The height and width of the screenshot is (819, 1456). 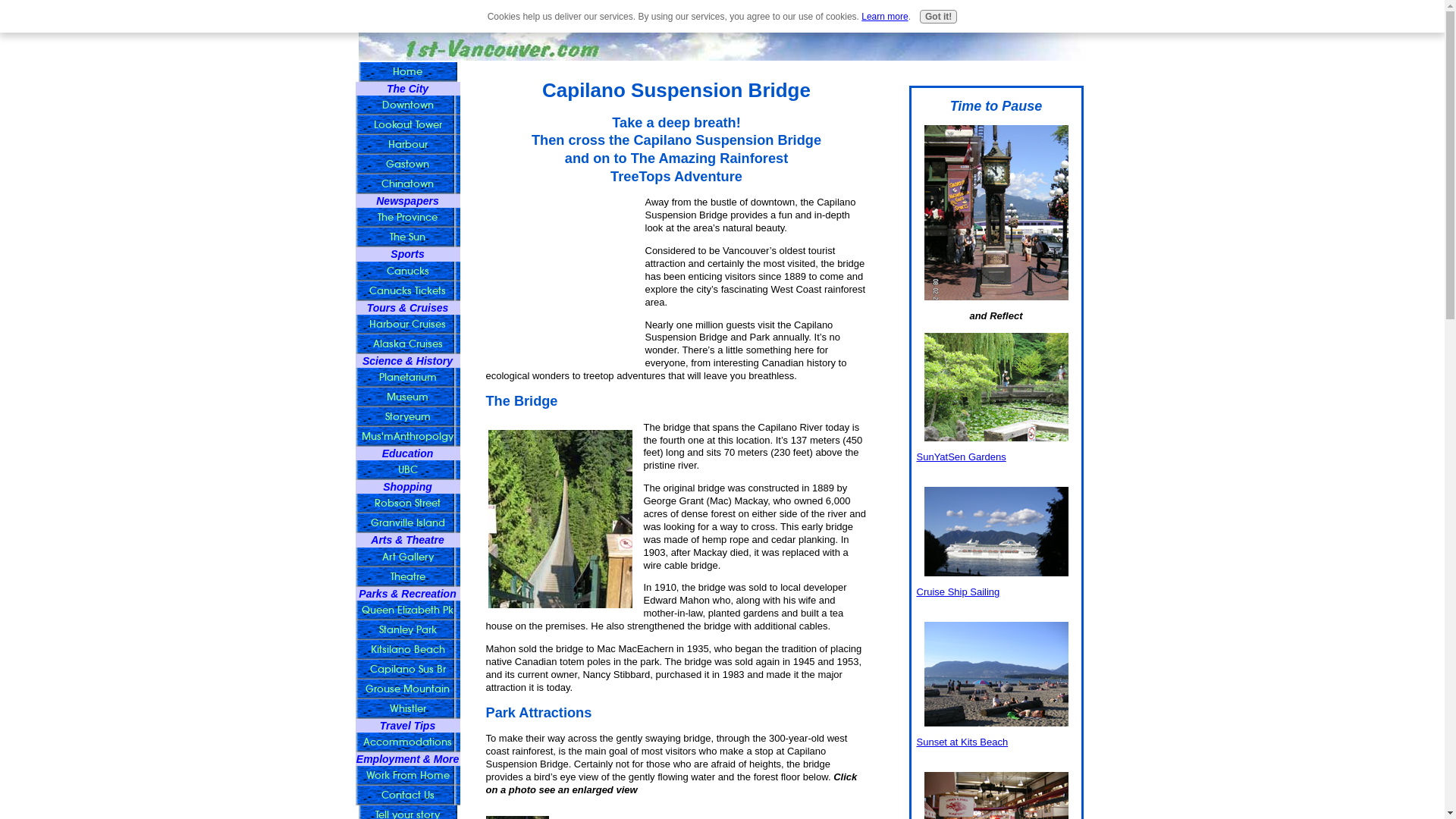 What do you see at coordinates (407, 104) in the screenshot?
I see `'Downtown'` at bounding box center [407, 104].